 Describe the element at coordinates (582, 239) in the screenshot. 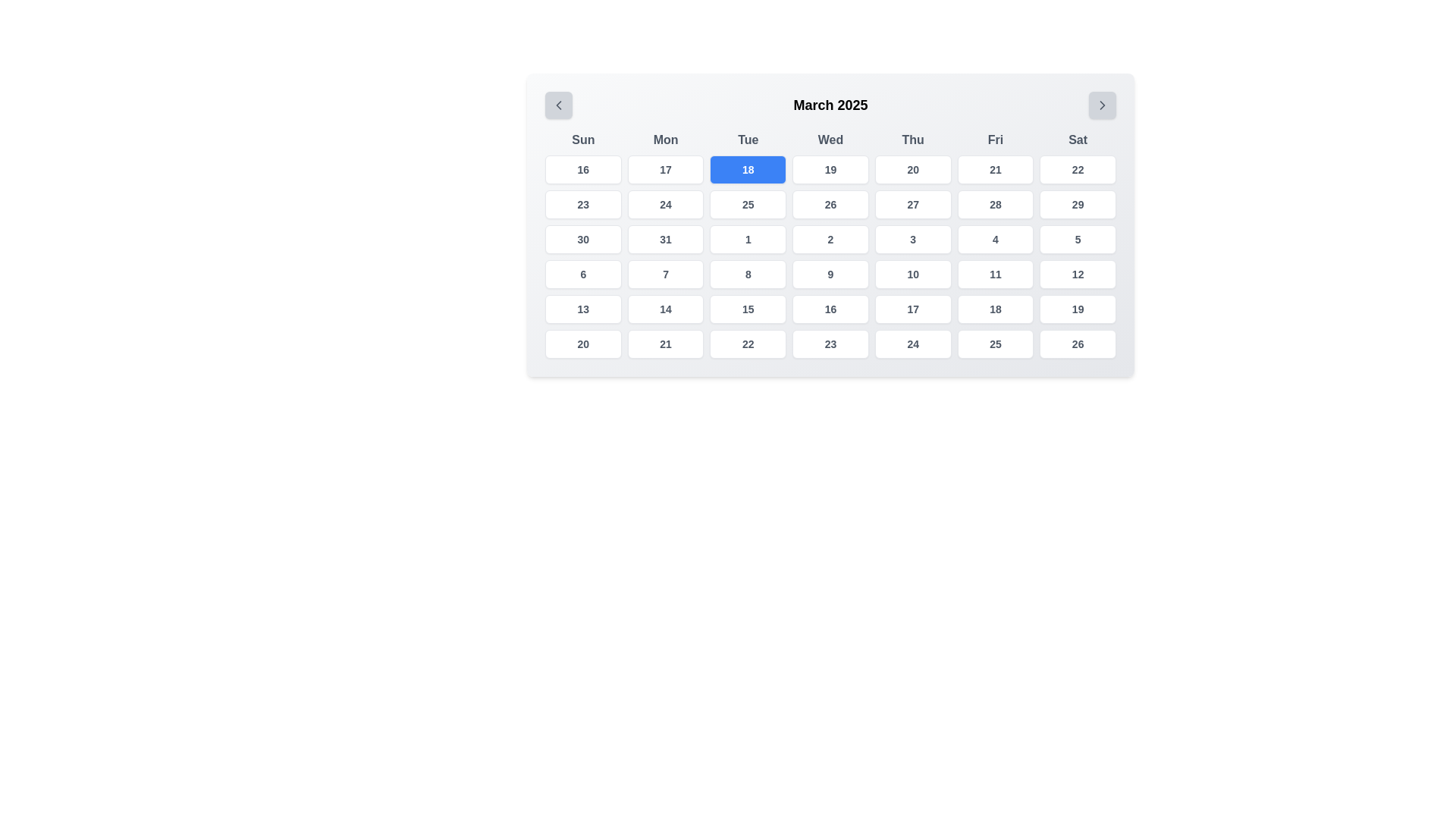

I see `the date '30' displayed in the button-like grid cell located in the fourth row and first column of the calendar interface under the 'Sun' column` at that location.